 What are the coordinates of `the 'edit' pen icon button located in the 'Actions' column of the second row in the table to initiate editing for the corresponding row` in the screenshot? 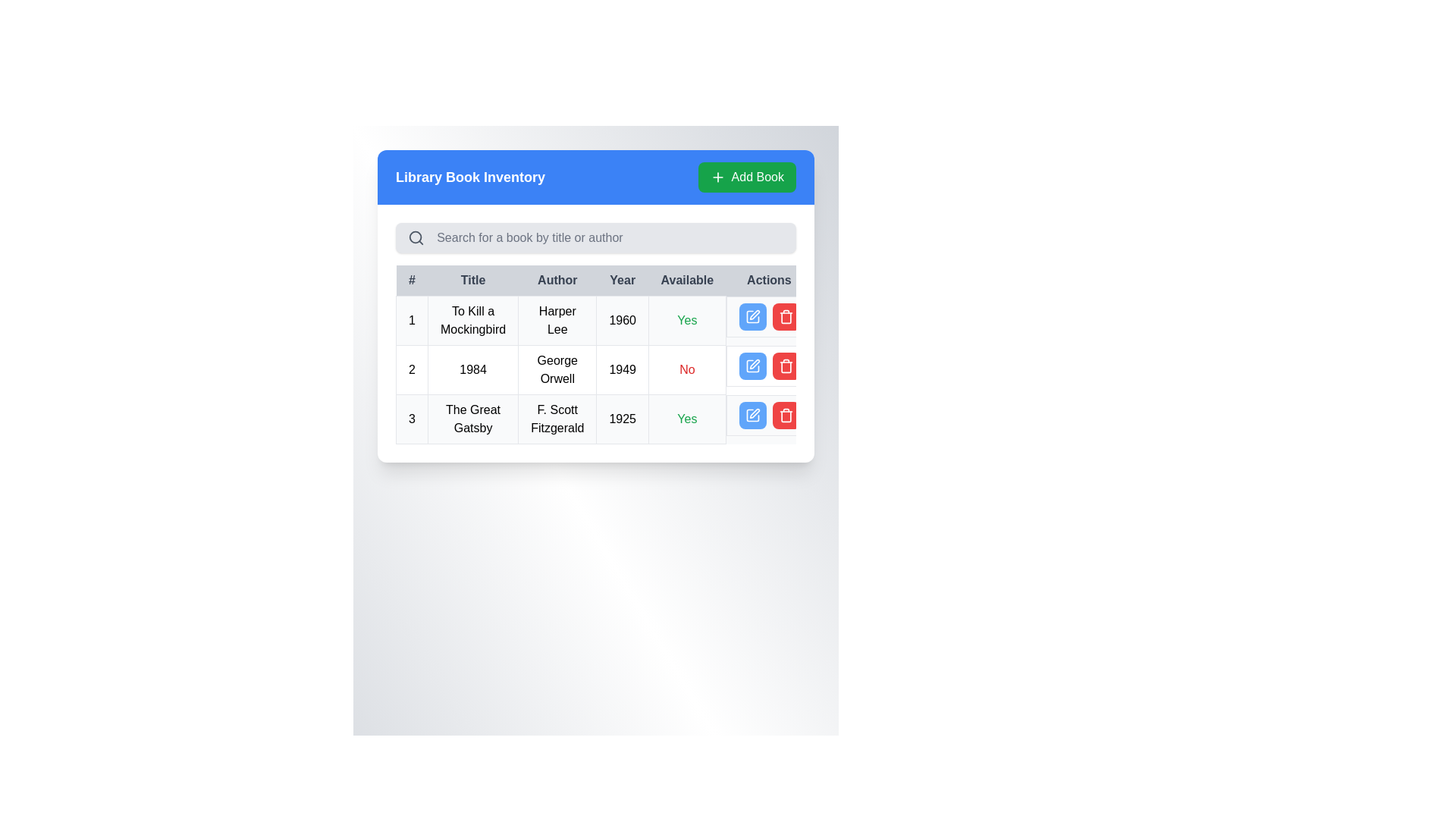 It's located at (755, 363).